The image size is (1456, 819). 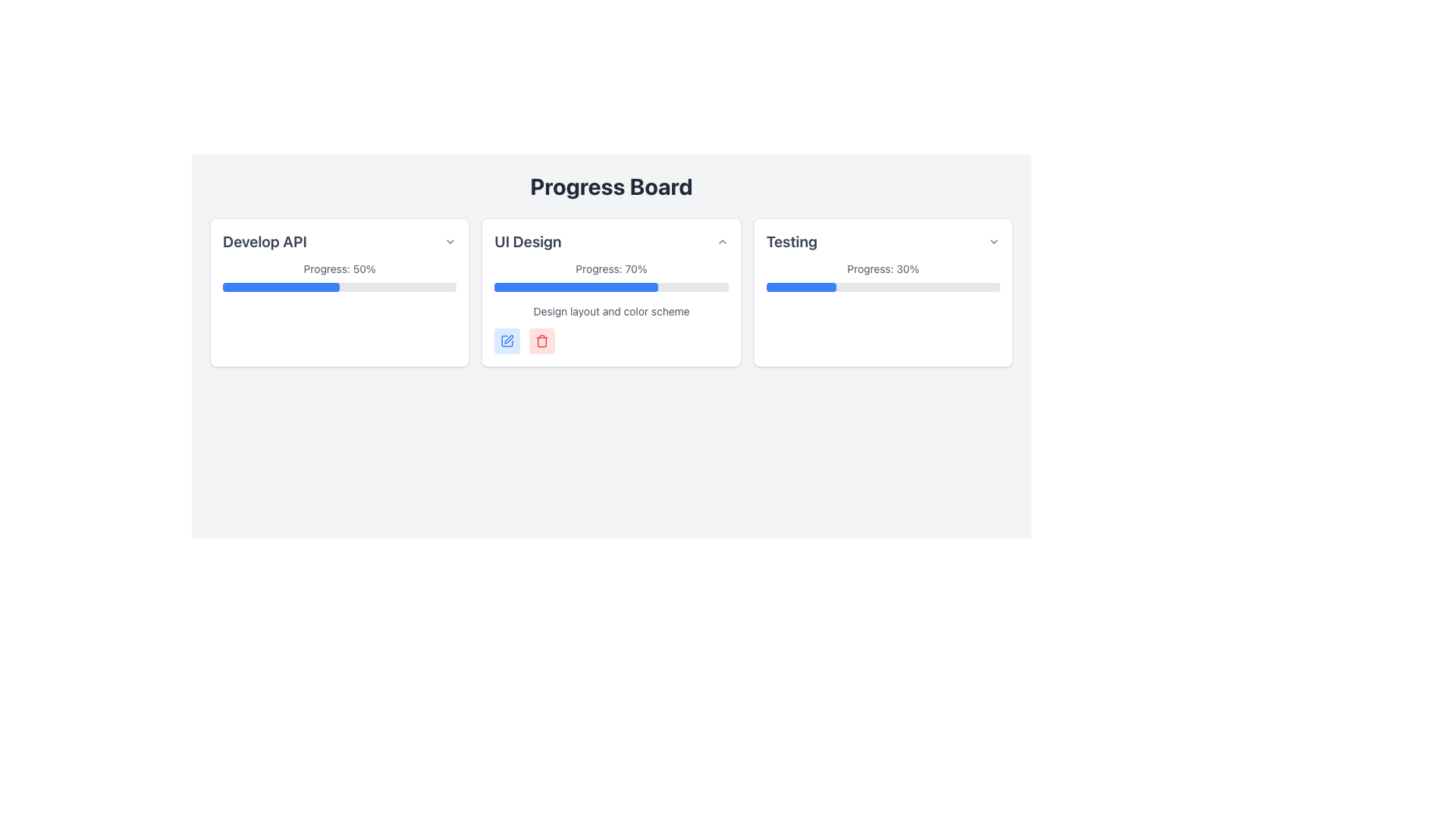 What do you see at coordinates (883, 287) in the screenshot?
I see `the progress bar that visually represents 30% completion, which is located within the 'Testing' card below the text 'Progress: 30%'` at bounding box center [883, 287].